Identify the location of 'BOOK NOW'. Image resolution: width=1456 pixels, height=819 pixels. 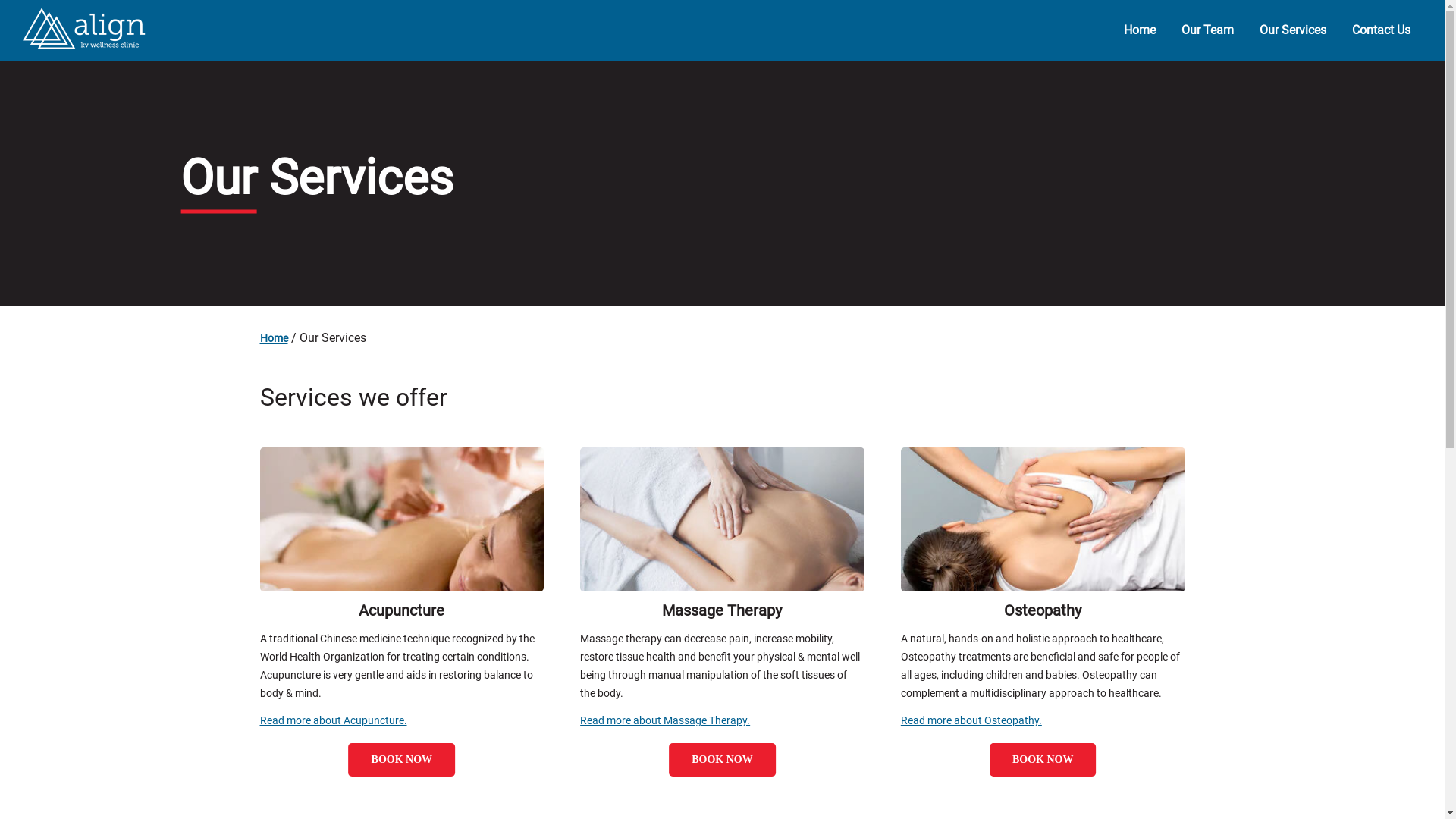
(402, 760).